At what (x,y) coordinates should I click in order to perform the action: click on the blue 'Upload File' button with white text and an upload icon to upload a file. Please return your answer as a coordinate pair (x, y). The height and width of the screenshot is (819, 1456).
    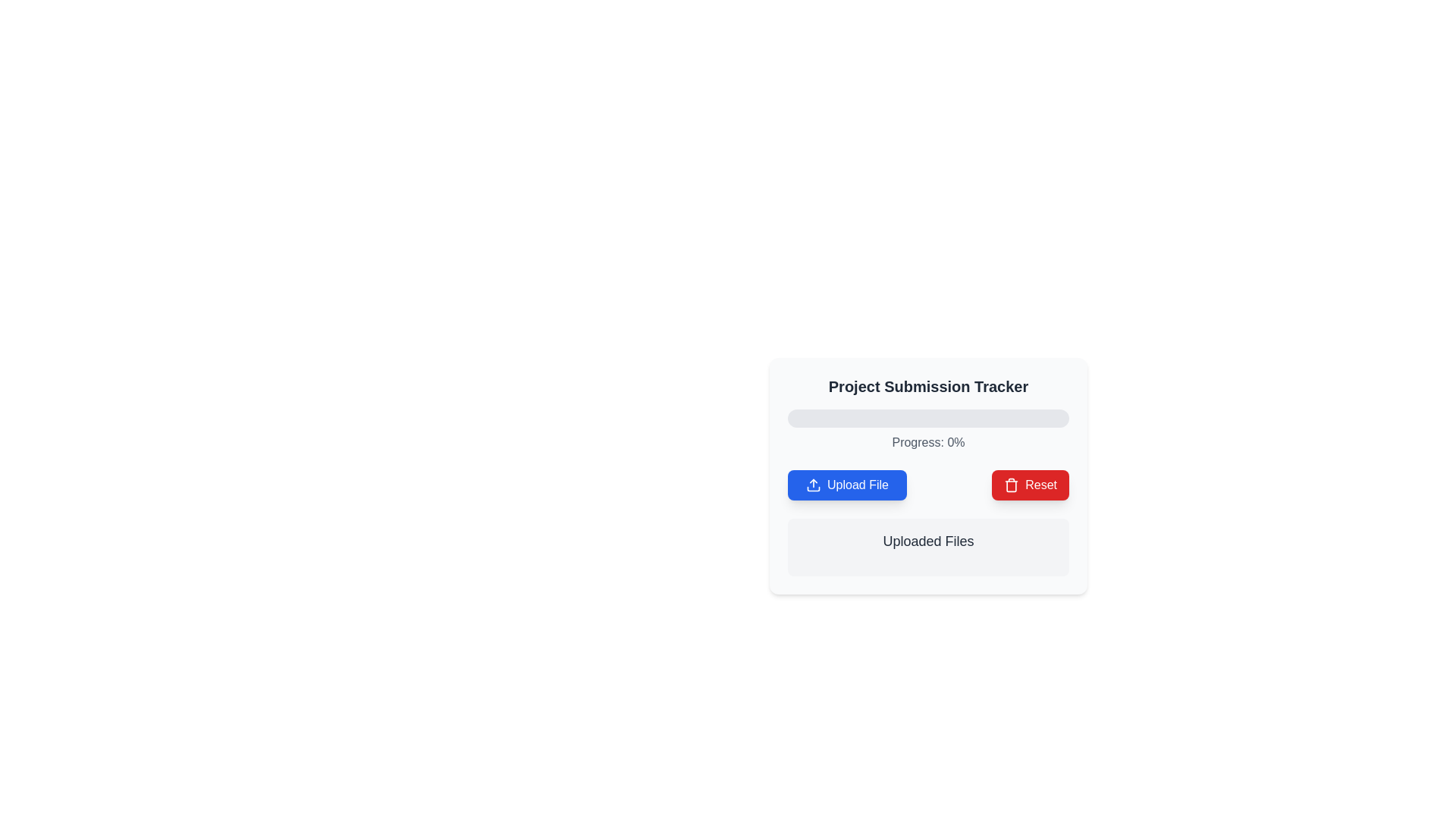
    Looking at the image, I should click on (846, 485).